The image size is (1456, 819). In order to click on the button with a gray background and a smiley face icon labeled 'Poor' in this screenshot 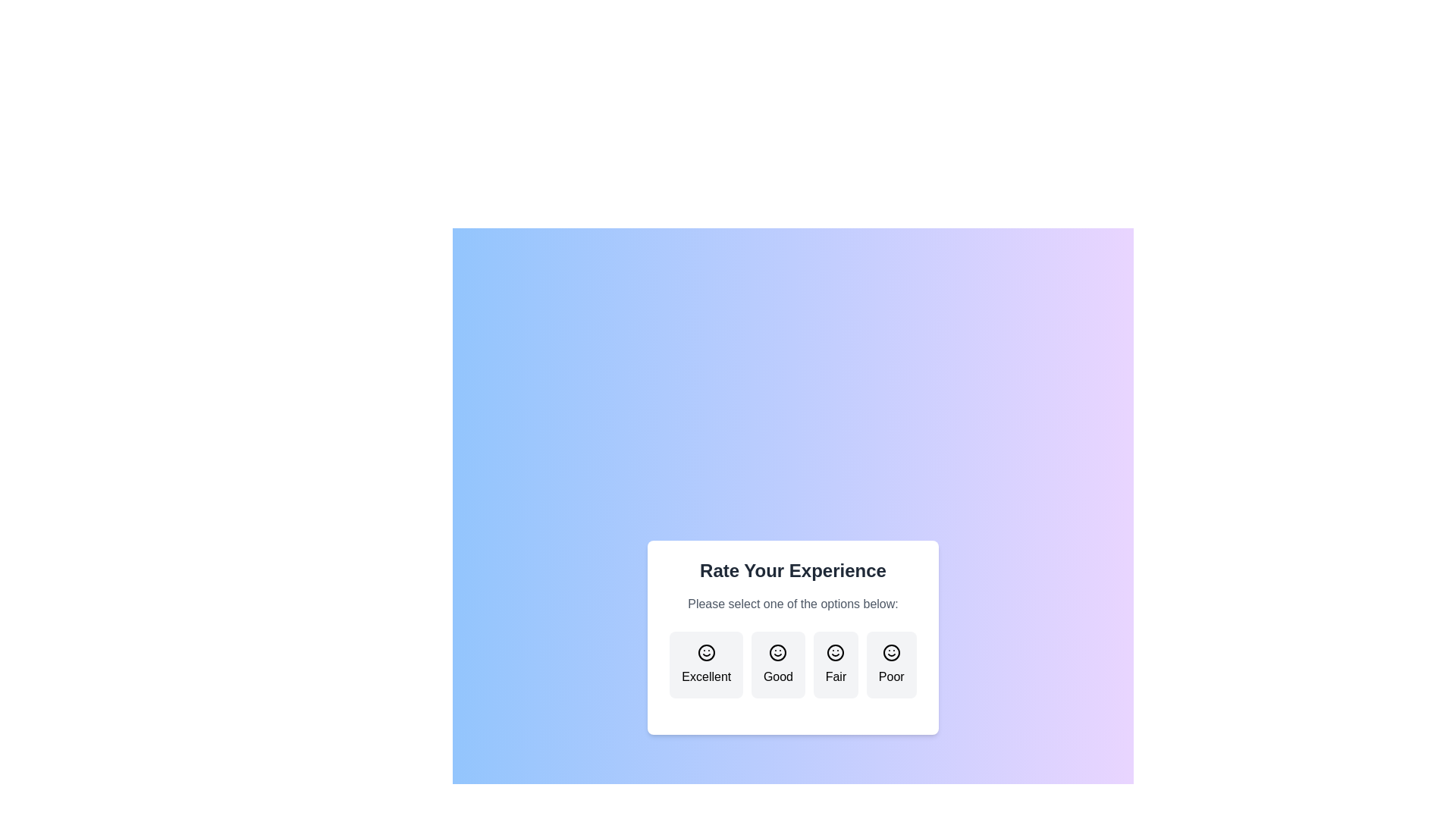, I will do `click(891, 664)`.